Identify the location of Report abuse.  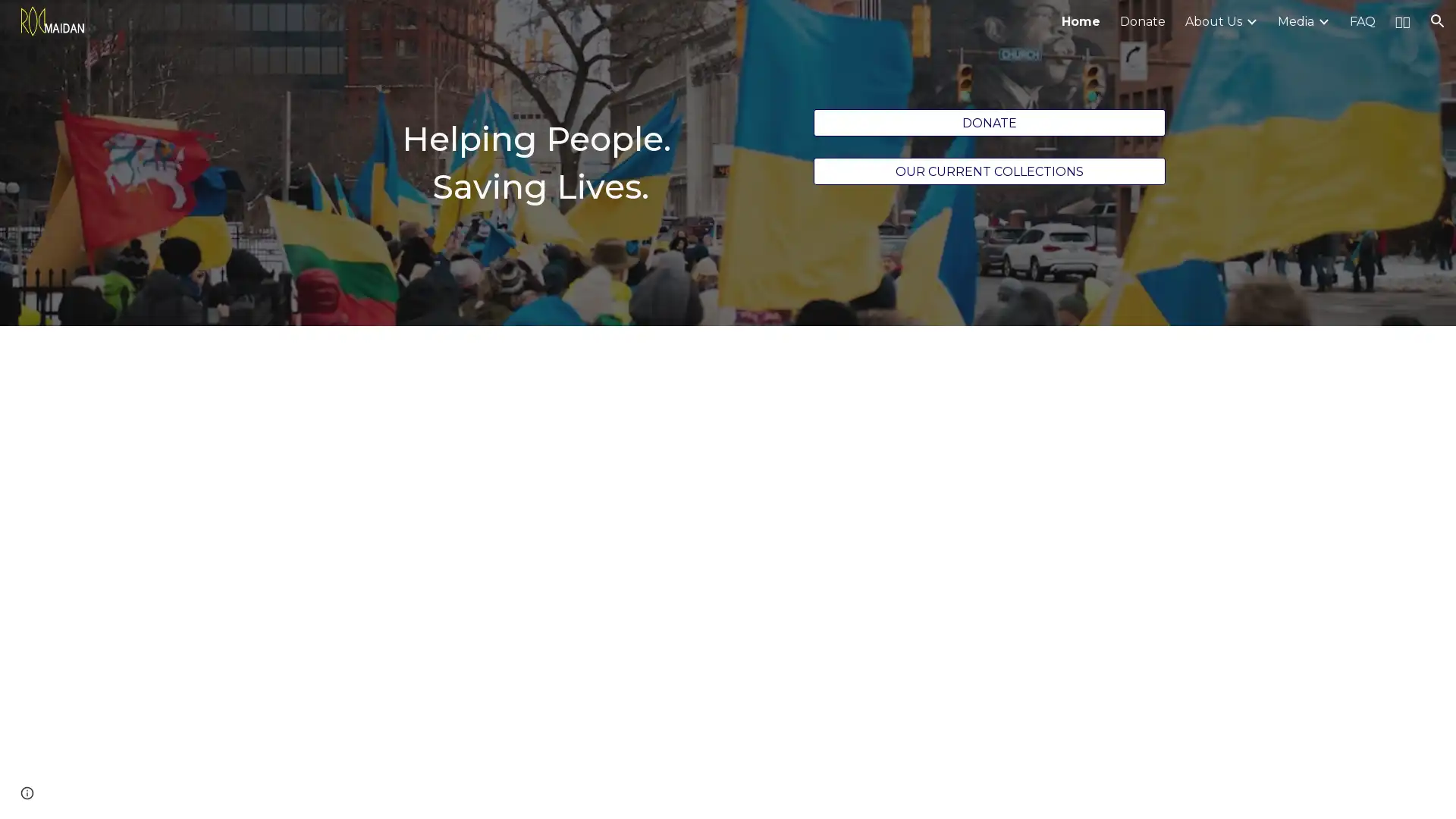
(182, 792).